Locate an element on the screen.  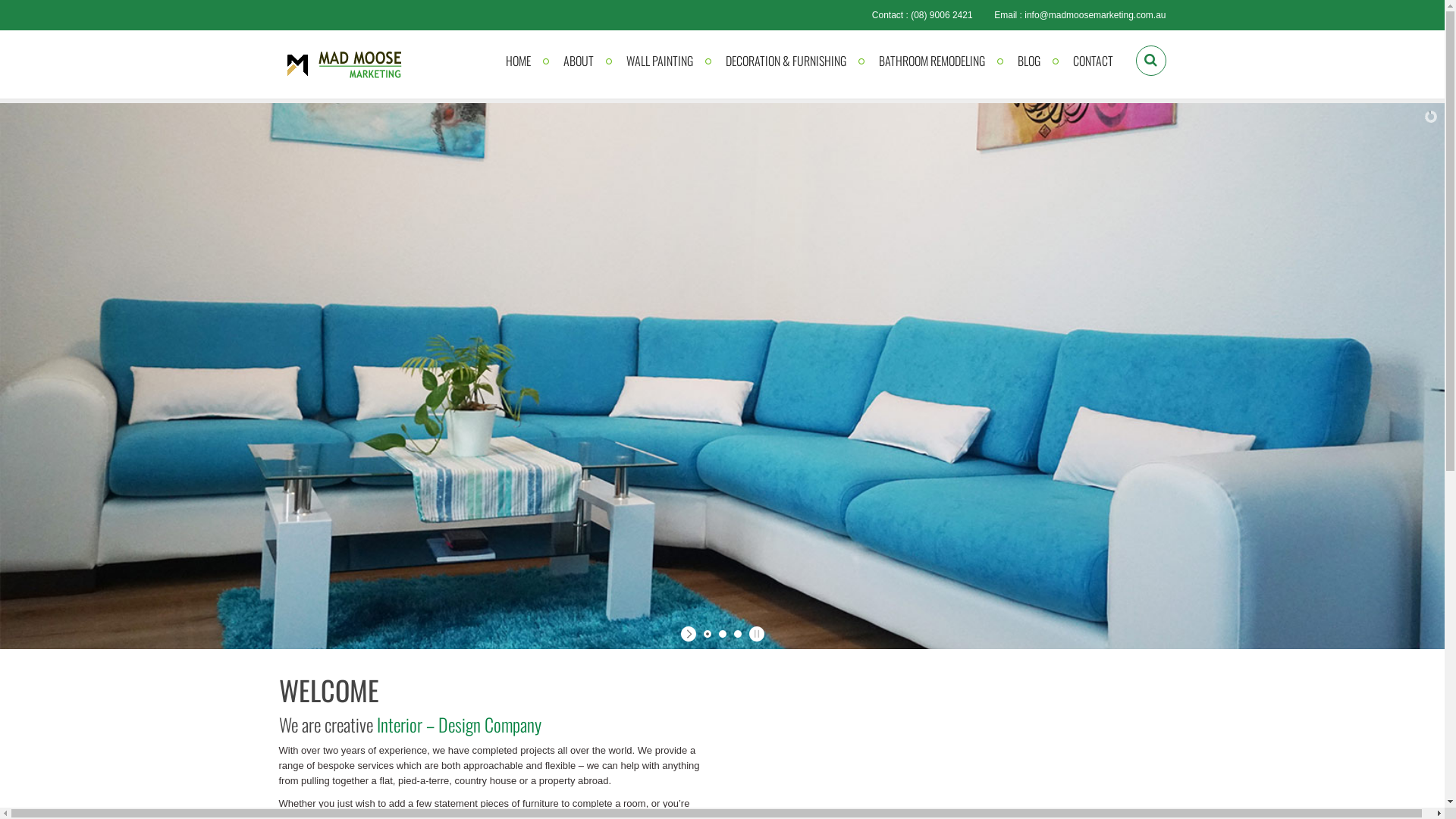
'ABOUT' is located at coordinates (577, 60).